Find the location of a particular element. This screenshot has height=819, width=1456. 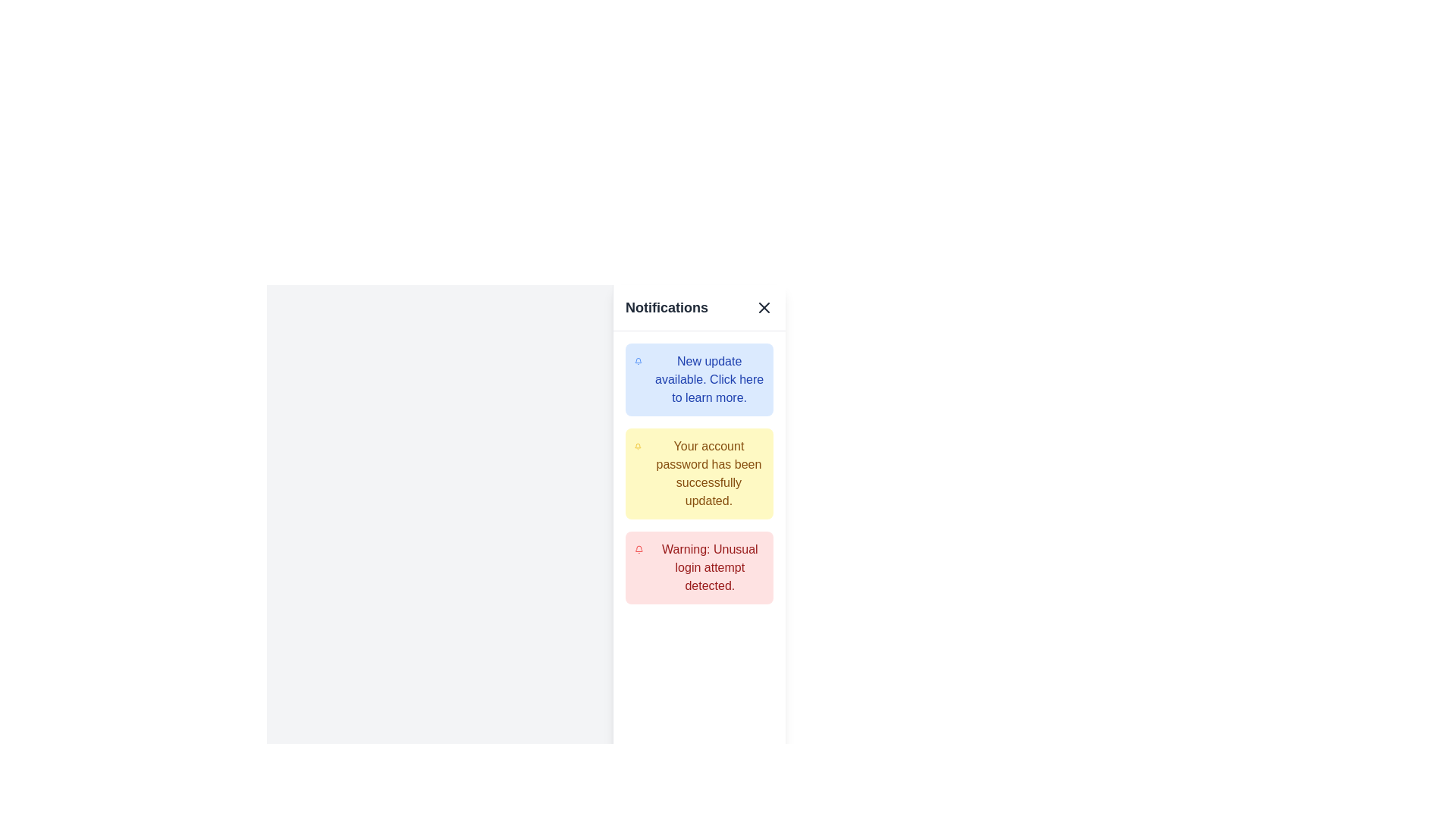

the text label that displays 'Your account password has been successfully updated.' which is positioned between a blue and a red notification box is located at coordinates (708, 472).